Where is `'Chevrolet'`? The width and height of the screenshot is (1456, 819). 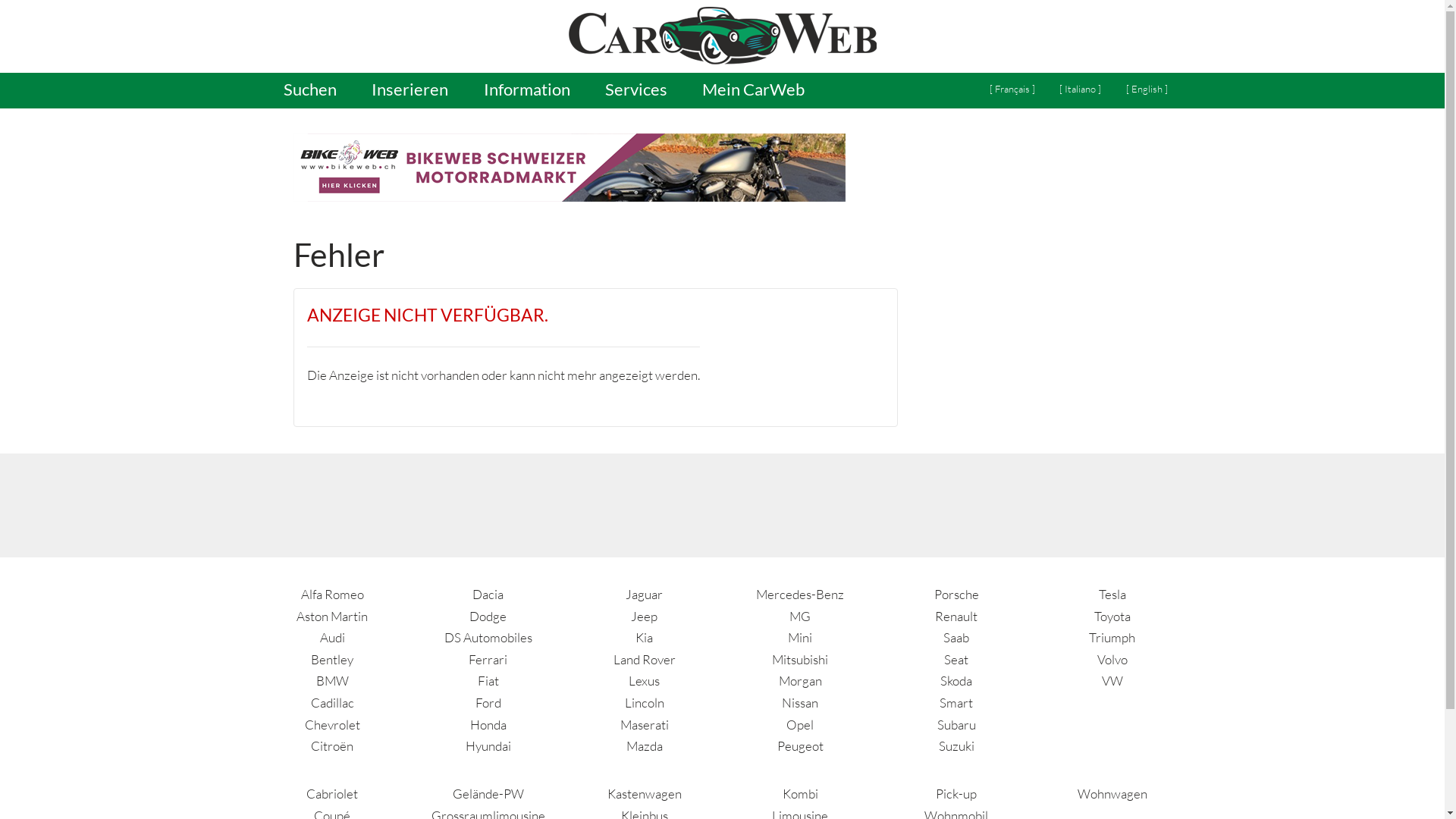 'Chevrolet' is located at coordinates (331, 723).